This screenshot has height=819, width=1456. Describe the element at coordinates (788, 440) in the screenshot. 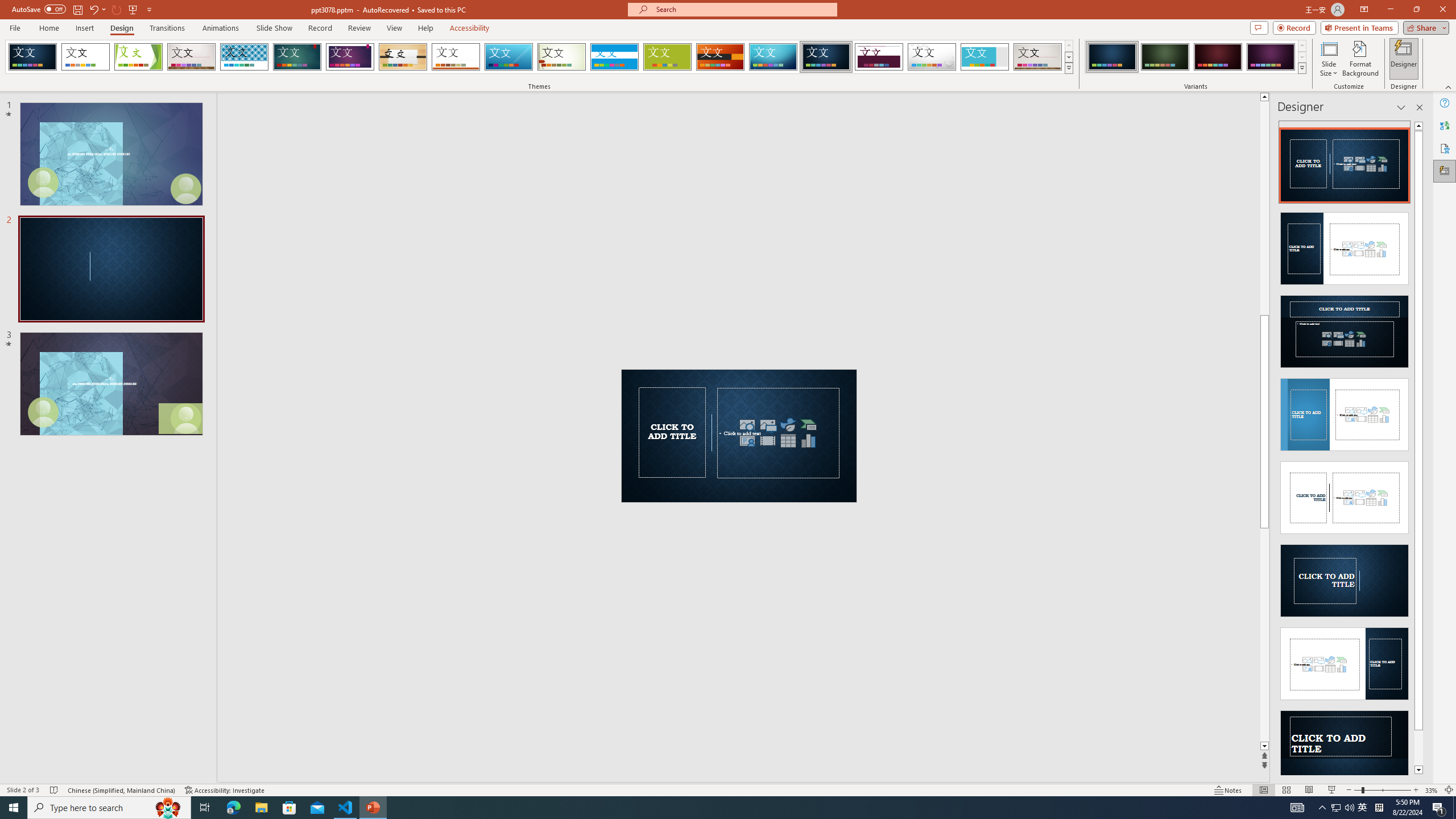

I see `'Insert Table'` at that location.